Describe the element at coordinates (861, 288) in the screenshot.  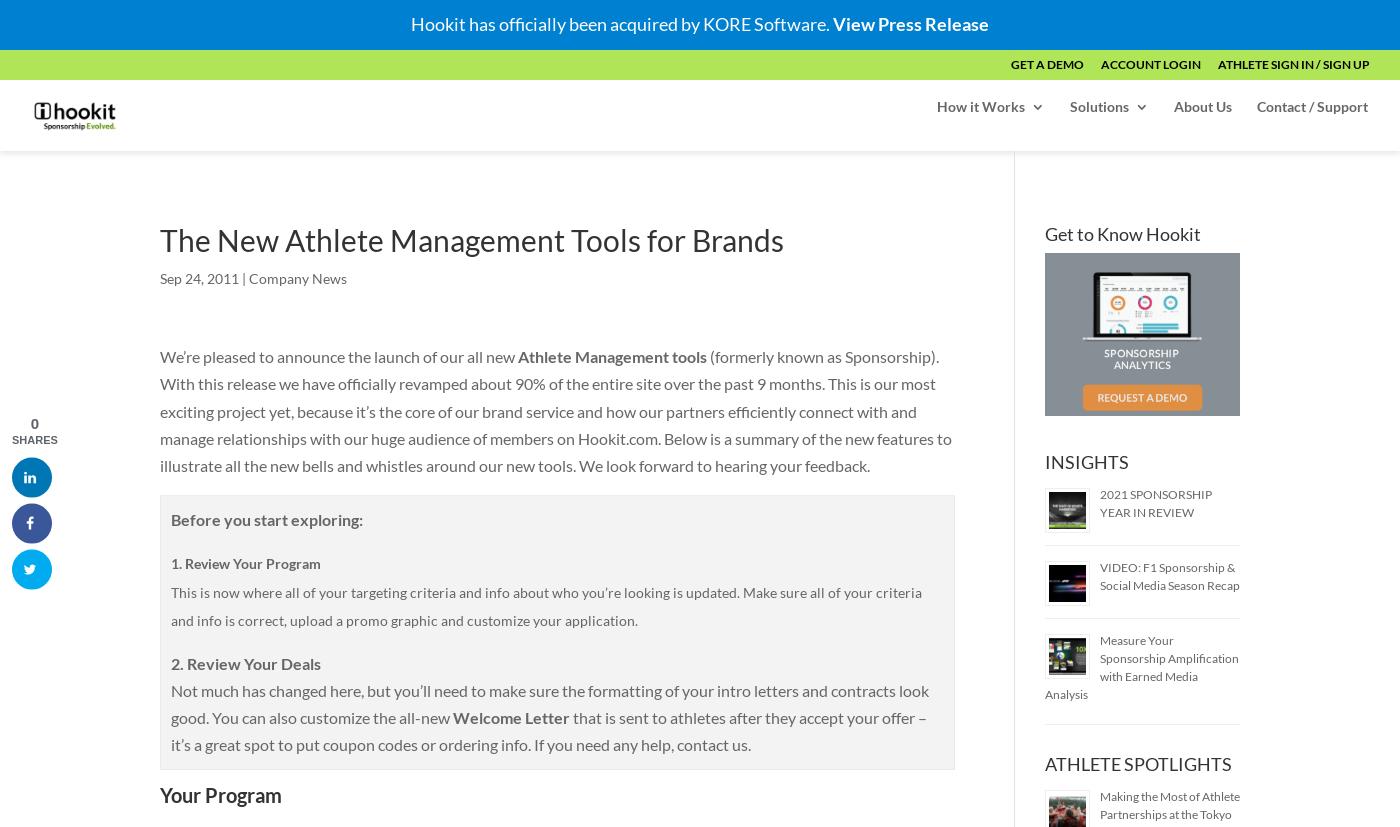
I see `'Hookit Score'` at that location.